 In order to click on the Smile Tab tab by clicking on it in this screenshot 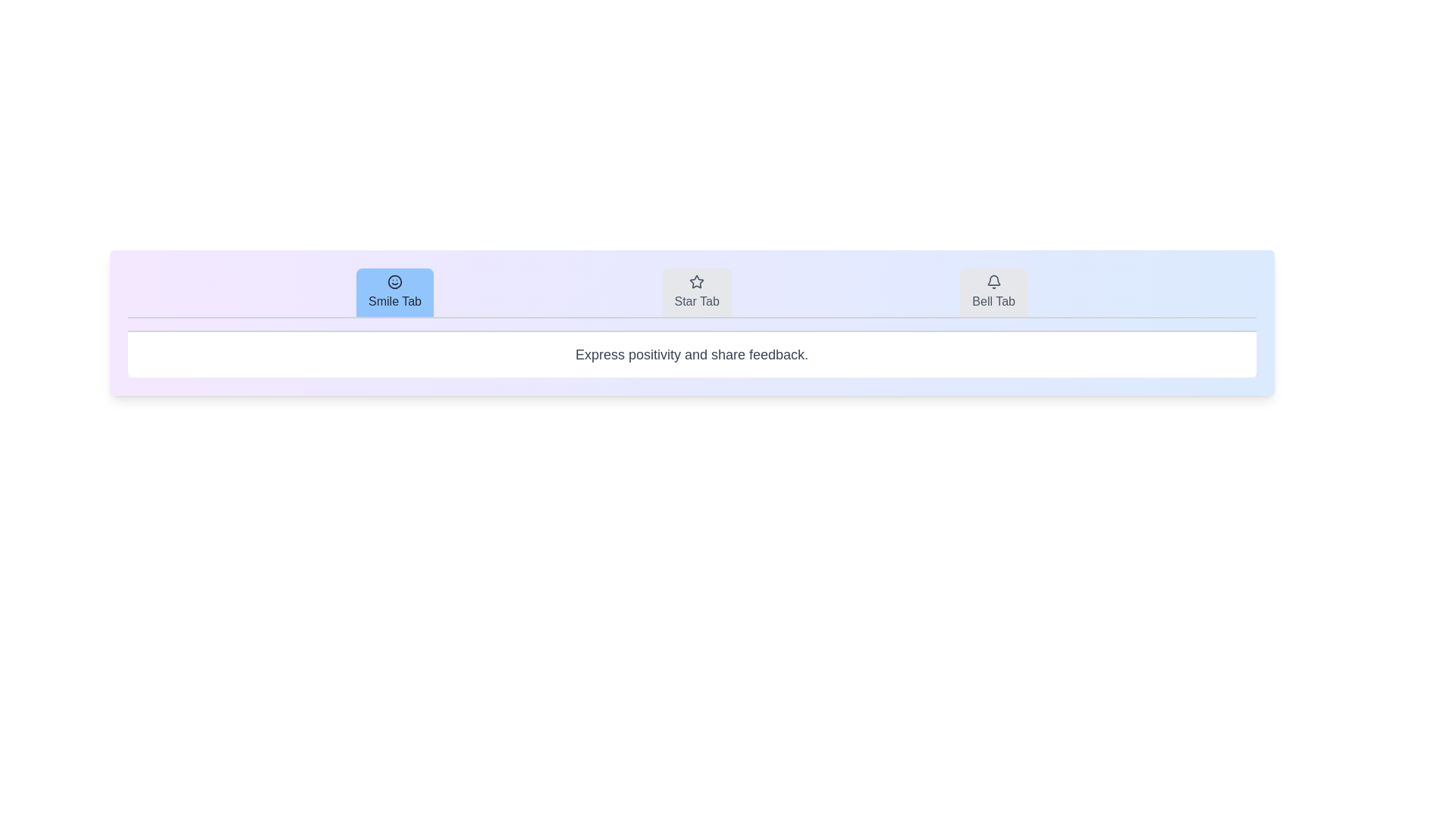, I will do `click(395, 292)`.